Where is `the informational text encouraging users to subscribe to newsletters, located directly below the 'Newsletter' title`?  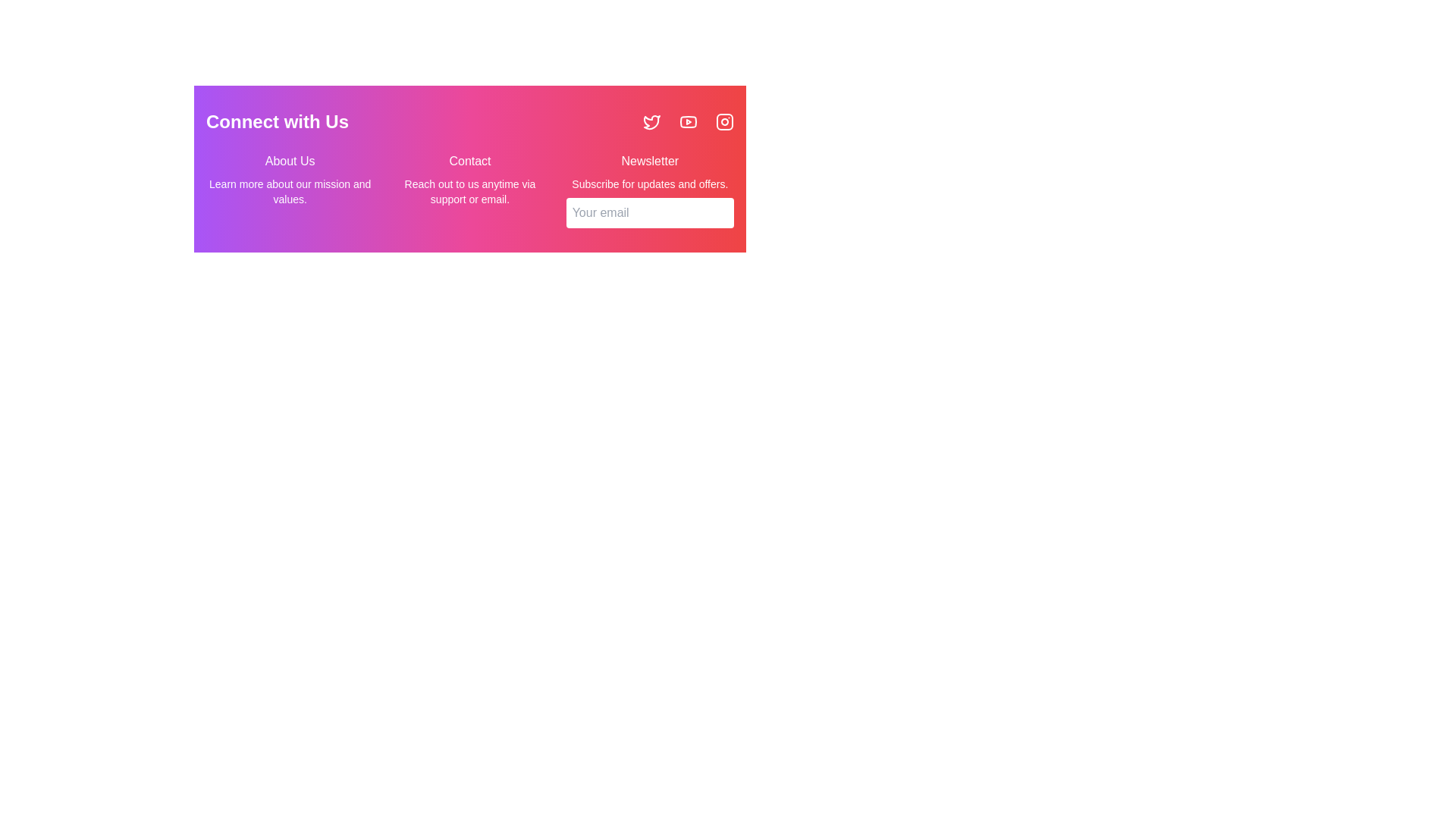 the informational text encouraging users to subscribe to newsletters, located directly below the 'Newsletter' title is located at coordinates (650, 184).